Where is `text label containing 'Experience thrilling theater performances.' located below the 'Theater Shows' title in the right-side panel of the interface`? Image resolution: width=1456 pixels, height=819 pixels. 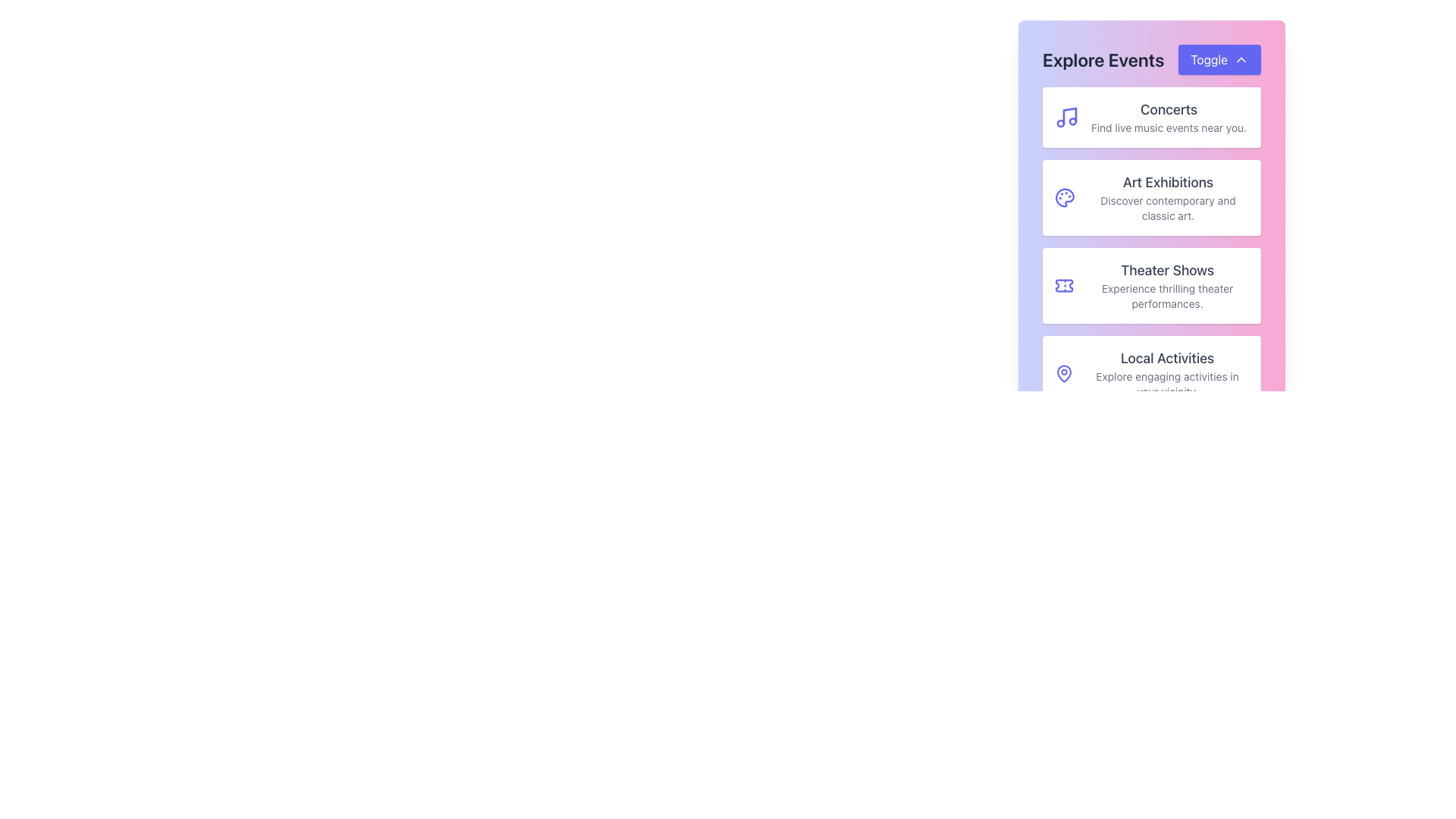
text label containing 'Experience thrilling theater performances.' located below the 'Theater Shows' title in the right-side panel of the interface is located at coordinates (1166, 296).